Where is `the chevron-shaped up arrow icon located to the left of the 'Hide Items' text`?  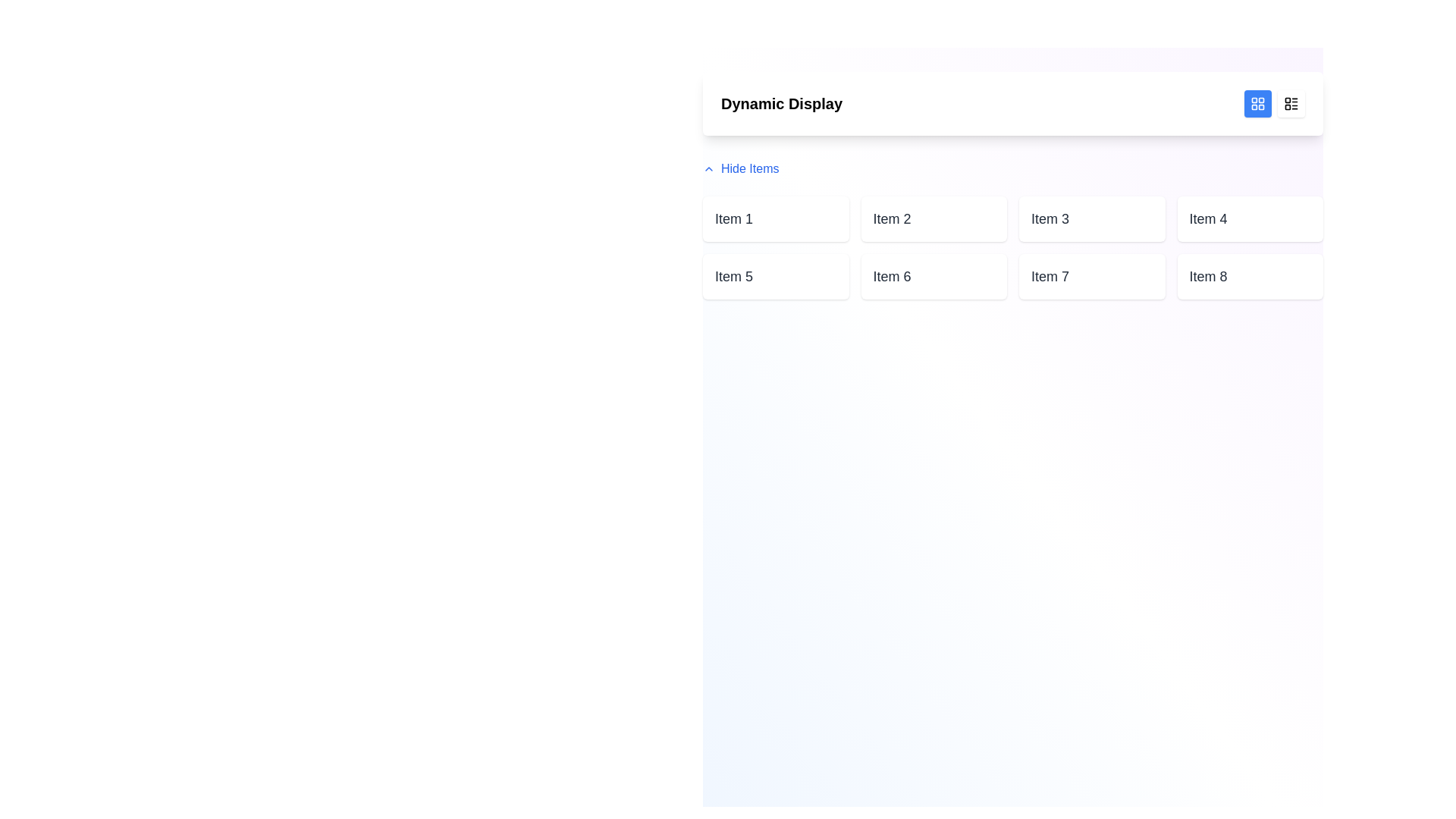 the chevron-shaped up arrow icon located to the left of the 'Hide Items' text is located at coordinates (708, 169).